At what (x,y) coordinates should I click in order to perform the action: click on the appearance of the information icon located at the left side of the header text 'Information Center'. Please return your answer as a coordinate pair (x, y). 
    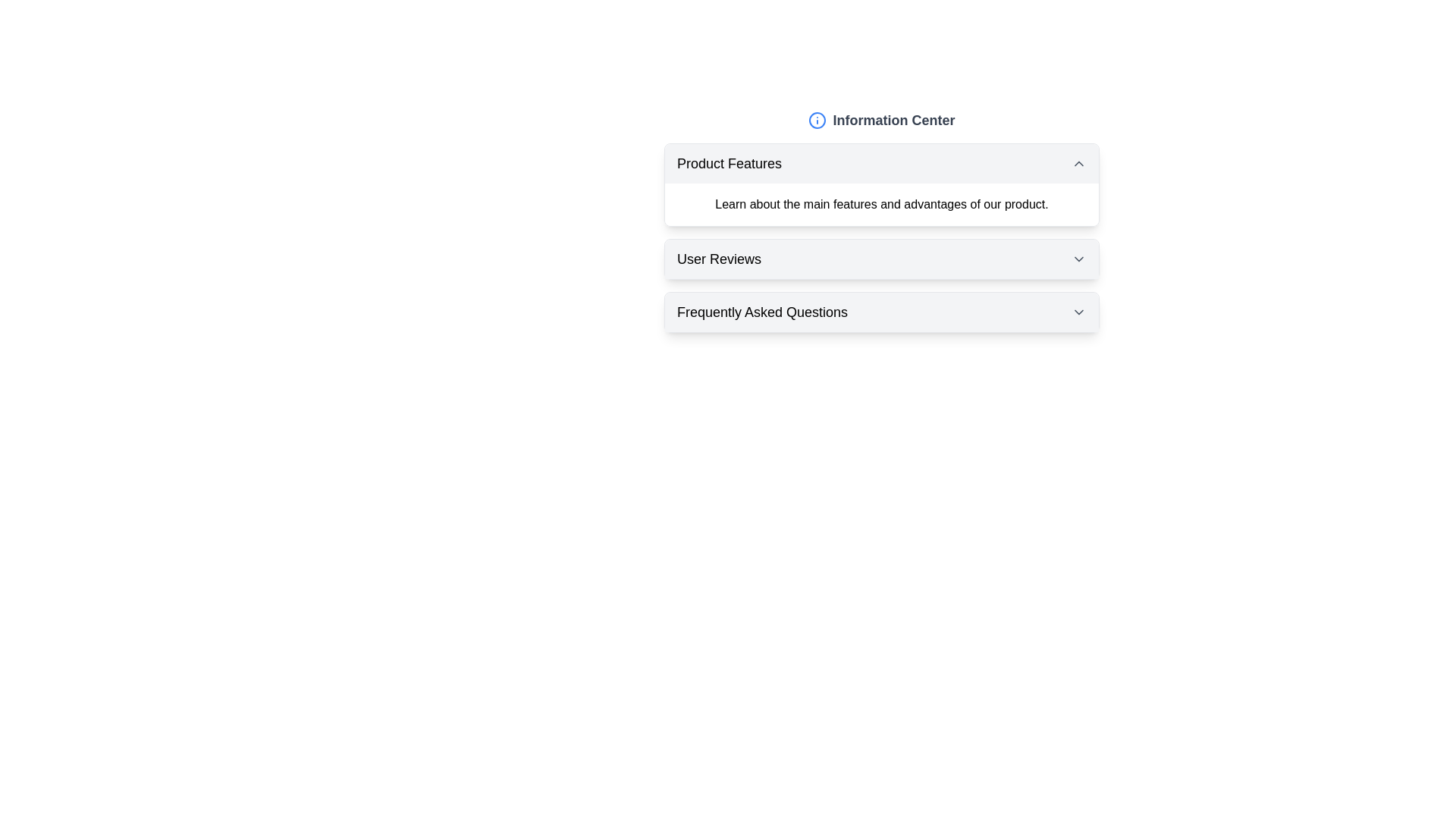
    Looking at the image, I should click on (817, 119).